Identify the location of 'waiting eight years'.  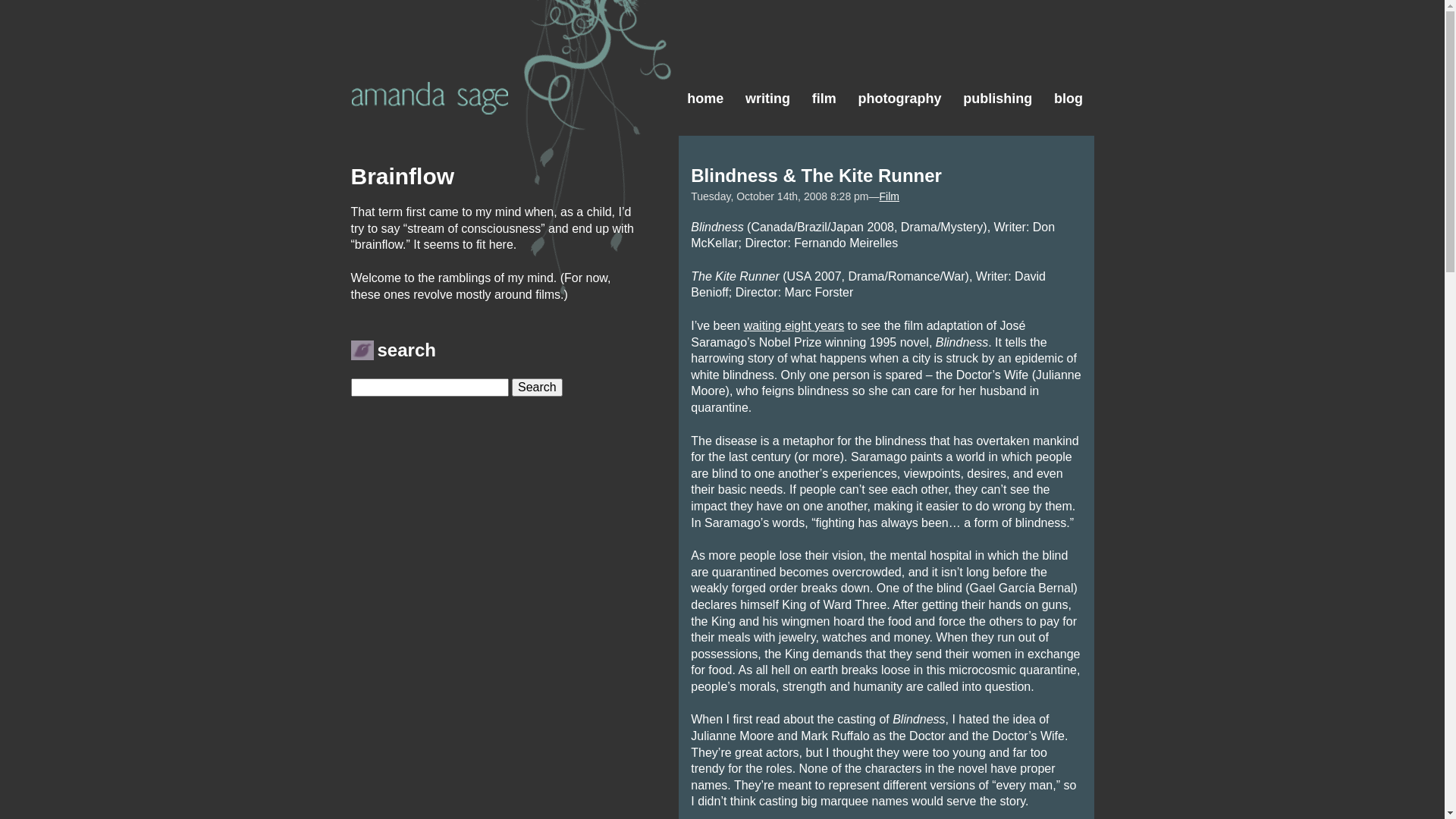
(793, 325).